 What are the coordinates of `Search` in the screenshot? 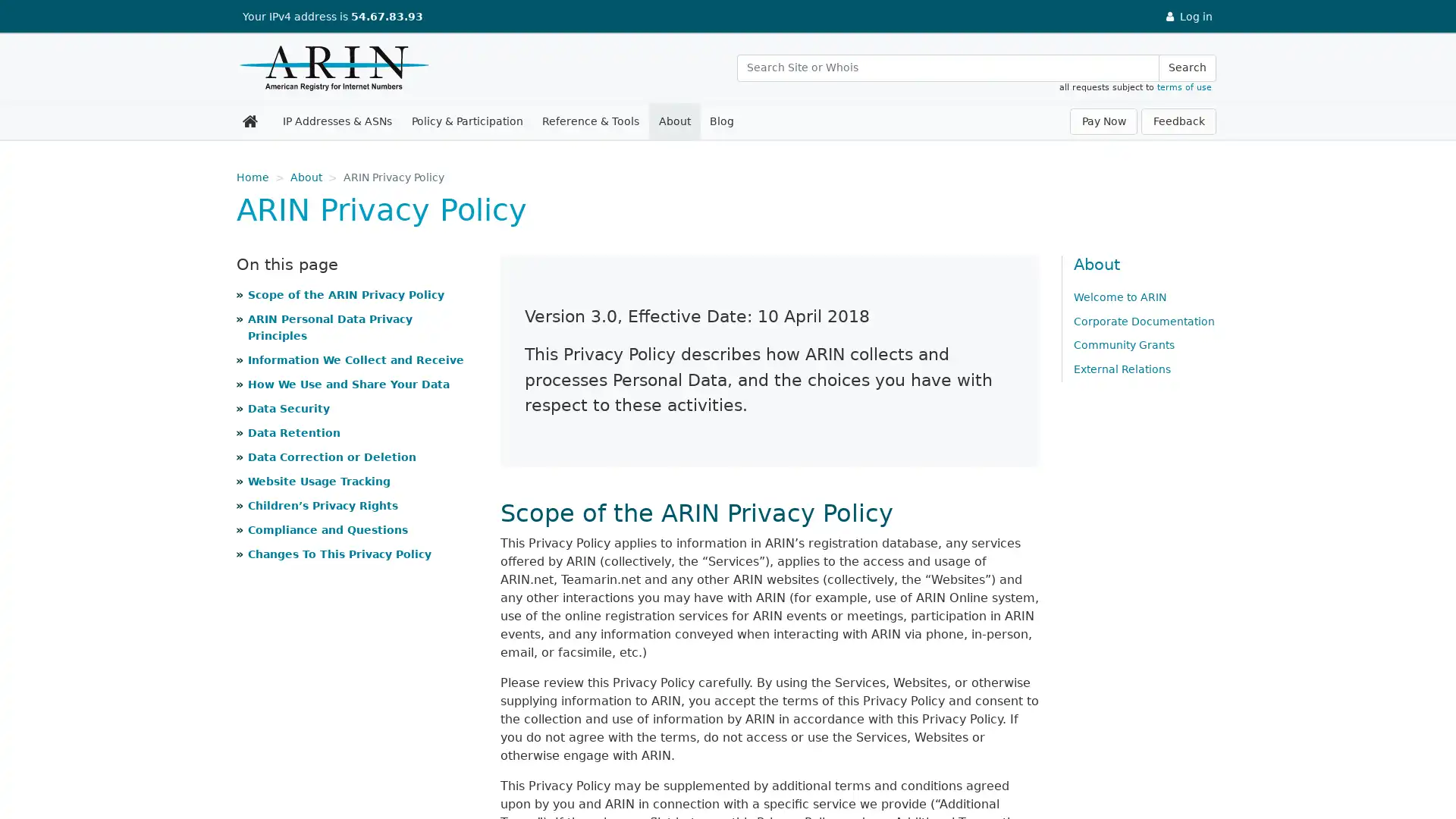 It's located at (1186, 67).